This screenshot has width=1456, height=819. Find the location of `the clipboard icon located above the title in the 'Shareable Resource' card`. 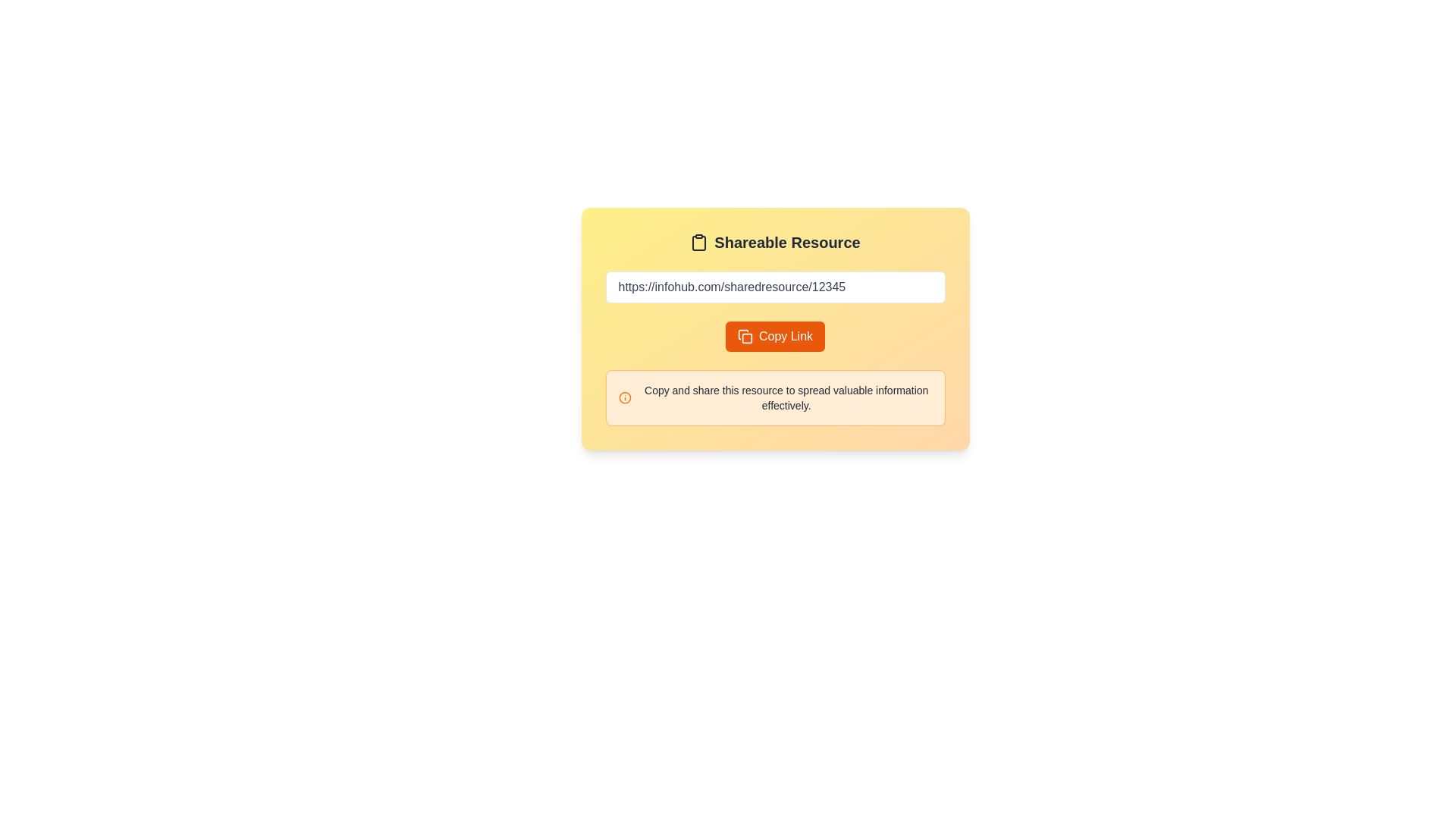

the clipboard icon located above the title in the 'Shareable Resource' card is located at coordinates (698, 242).